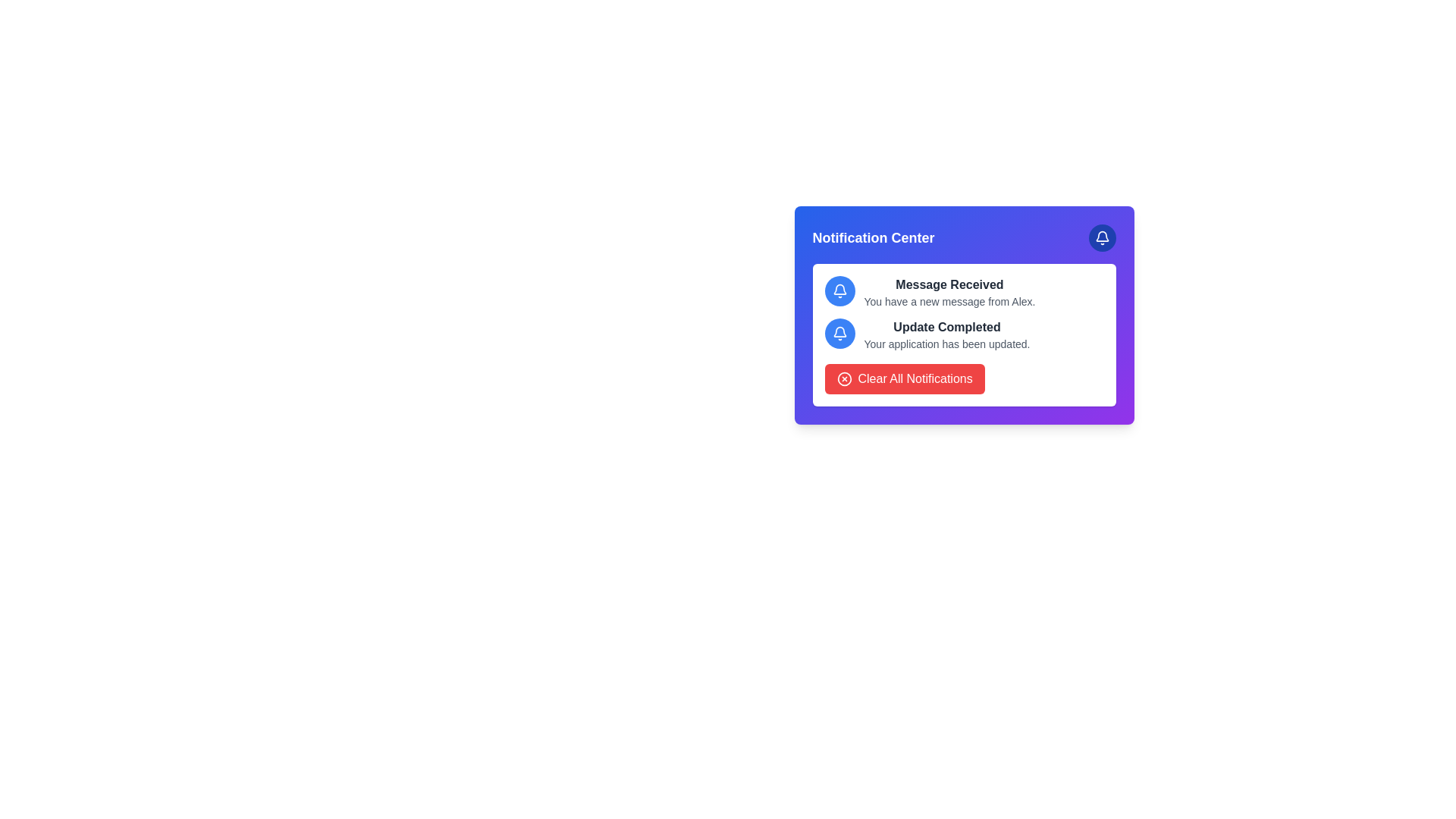  I want to click on the Text Display element that informs the user about a completed update action, located in the second notification of the Notification Center, so click(946, 334).